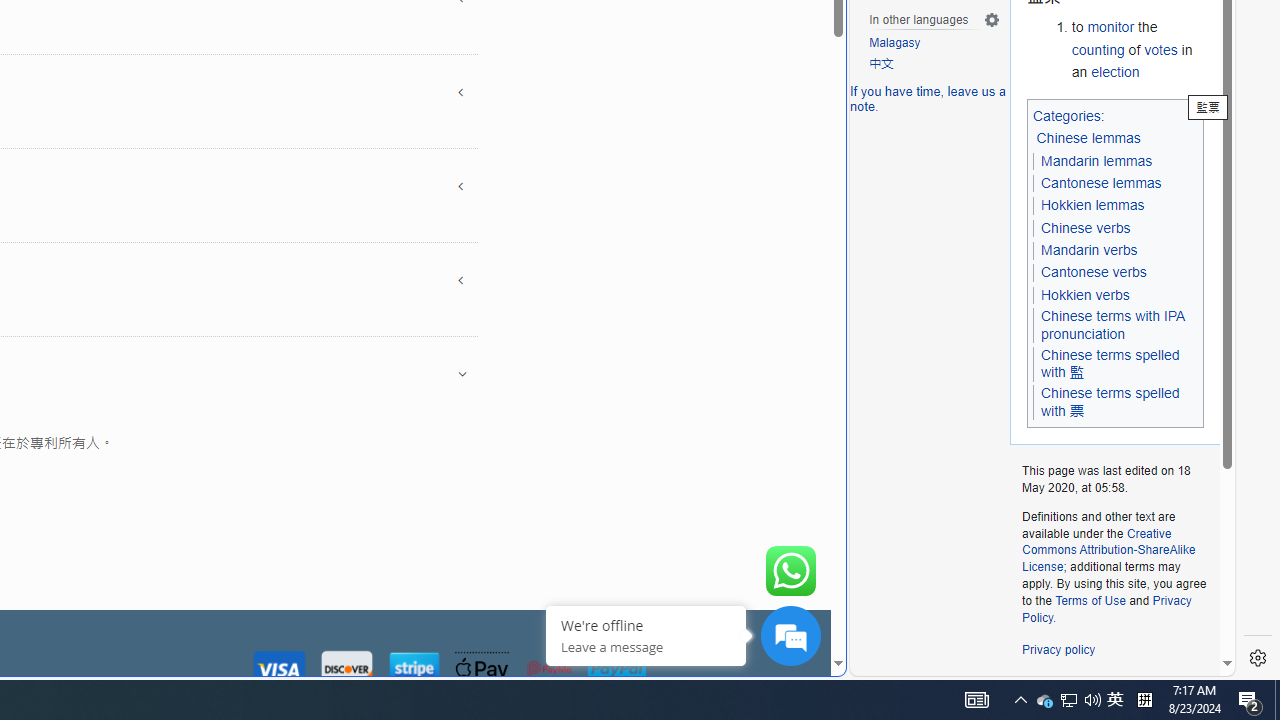 The height and width of the screenshot is (720, 1280). I want to click on 'Hokkien lemmas', so click(1091, 206).